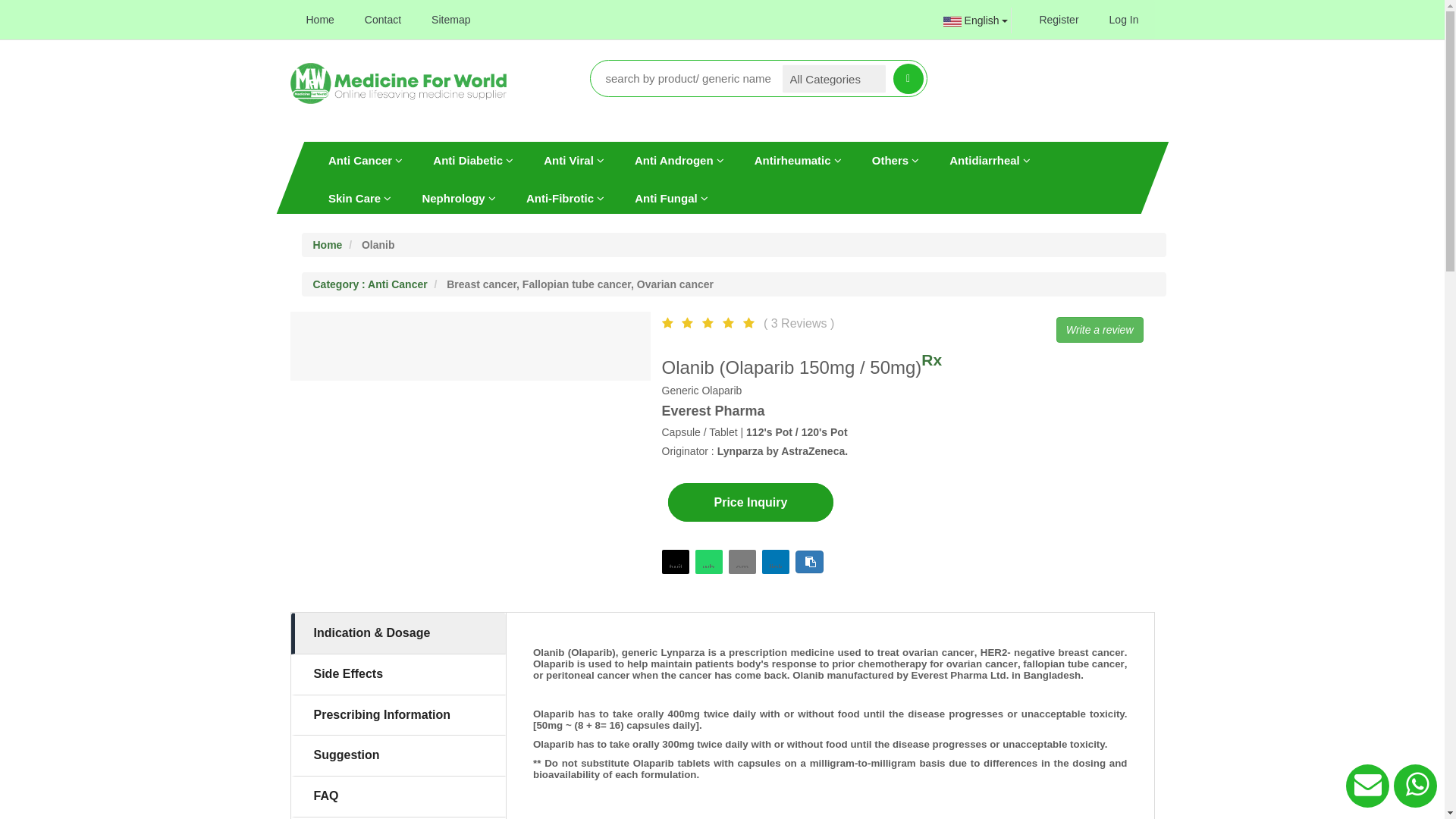 The width and height of the screenshot is (1456, 819). I want to click on 'peritoneal cancer', so click(586, 674).